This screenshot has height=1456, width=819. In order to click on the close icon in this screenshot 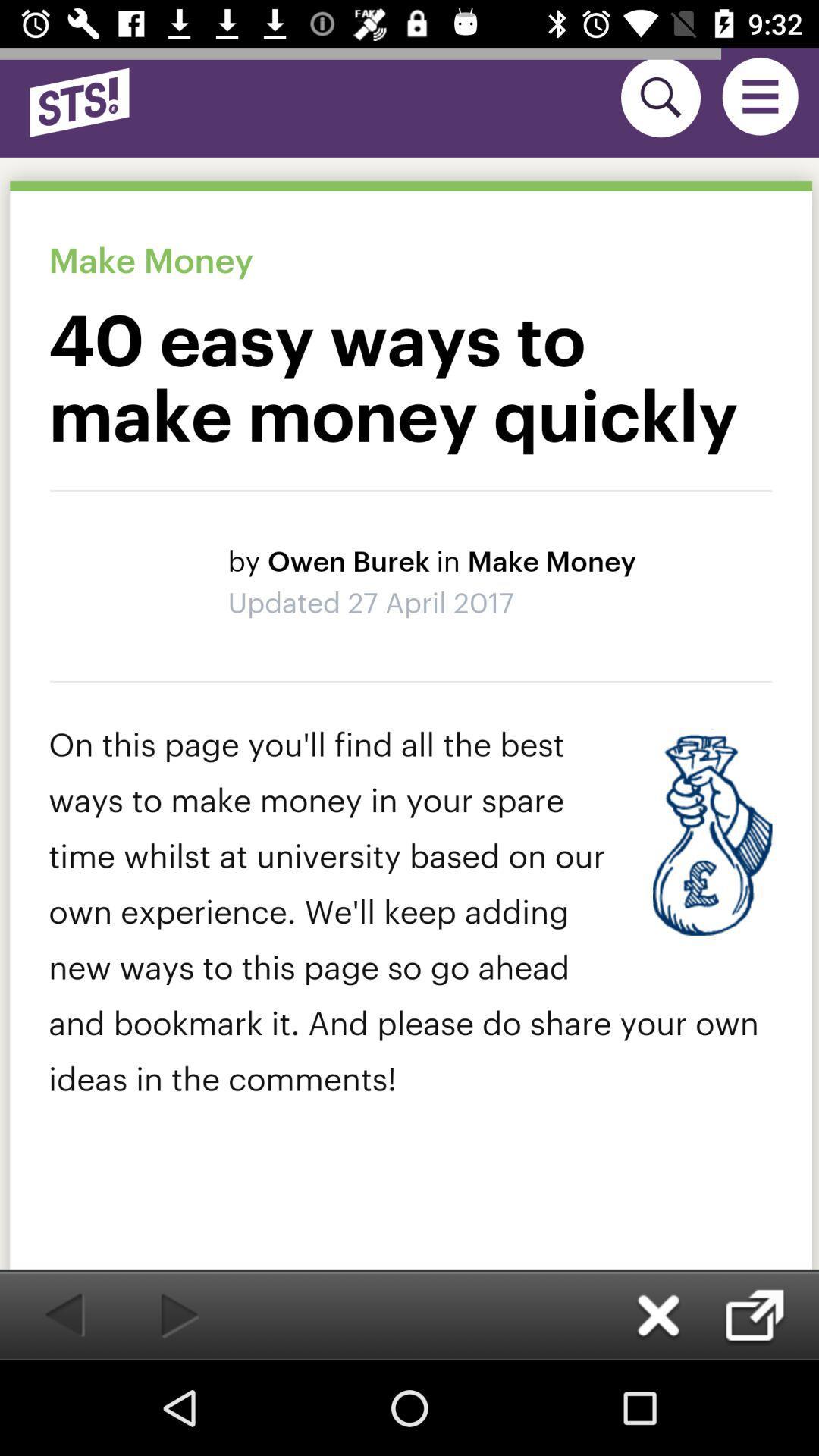, I will do `click(673, 1314)`.